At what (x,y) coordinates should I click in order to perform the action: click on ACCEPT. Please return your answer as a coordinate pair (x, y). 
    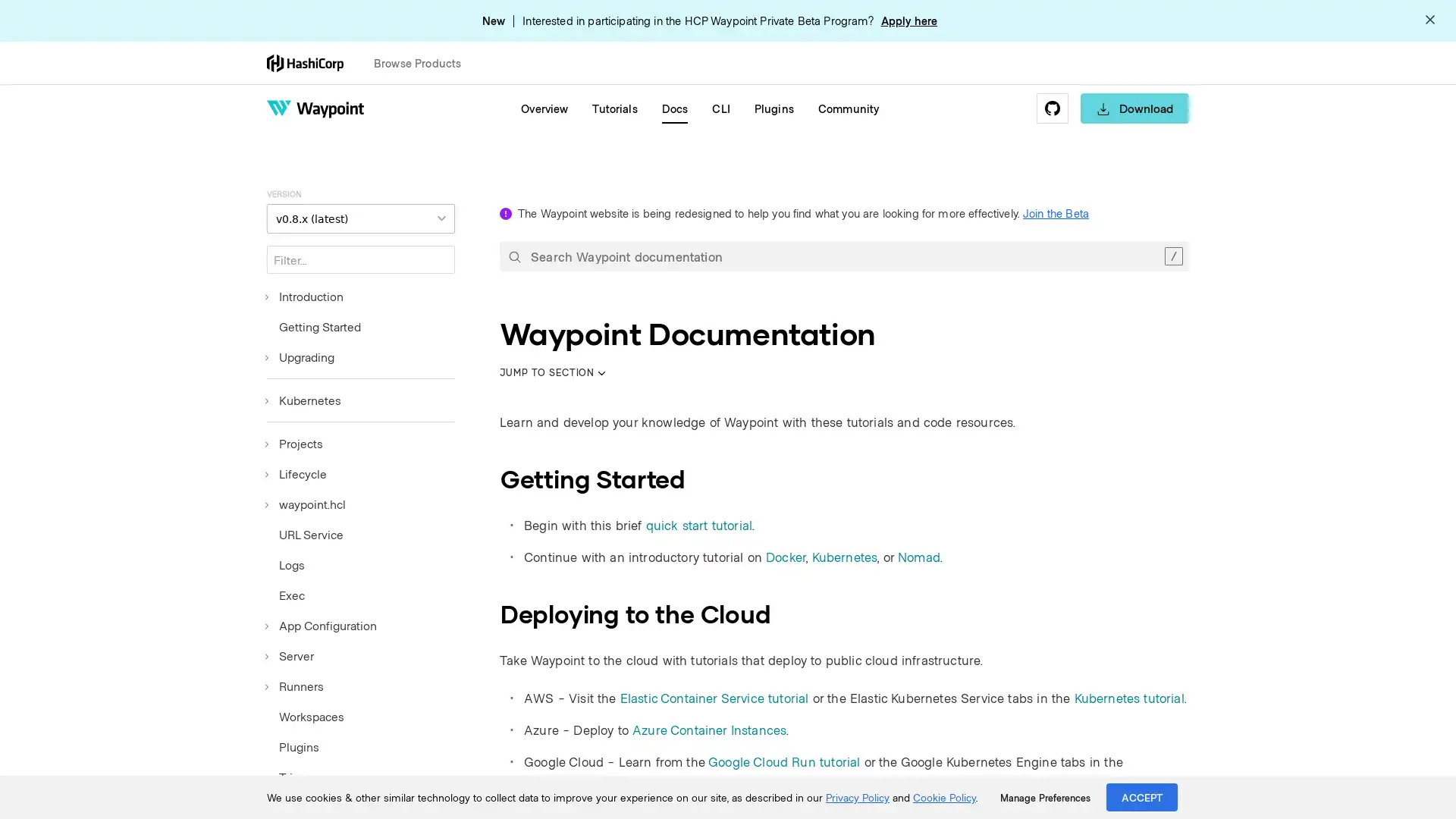
    Looking at the image, I should click on (1142, 796).